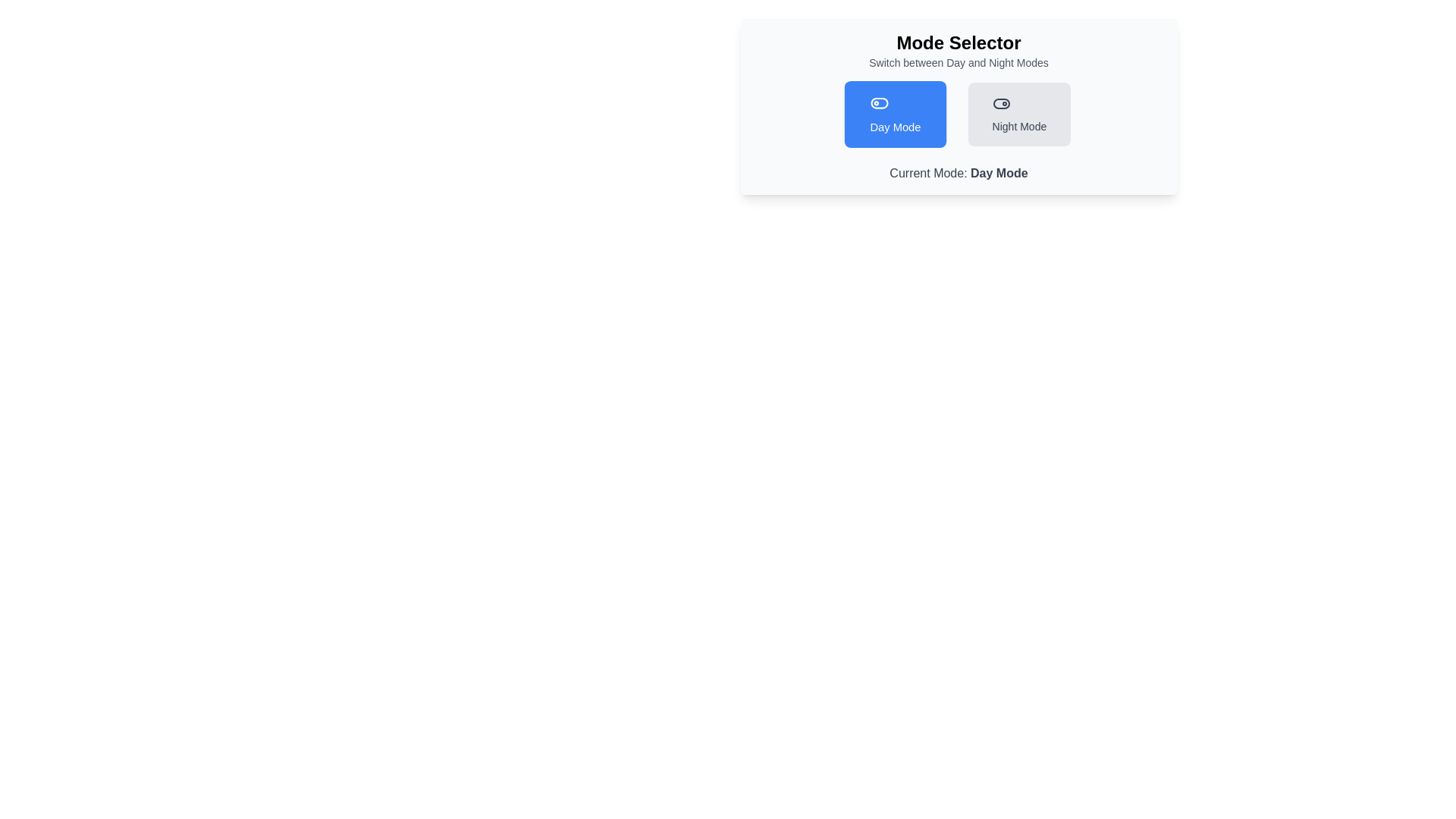 This screenshot has width=1456, height=819. What do you see at coordinates (895, 113) in the screenshot?
I see `the Day Mode button to observe its hover effect` at bounding box center [895, 113].